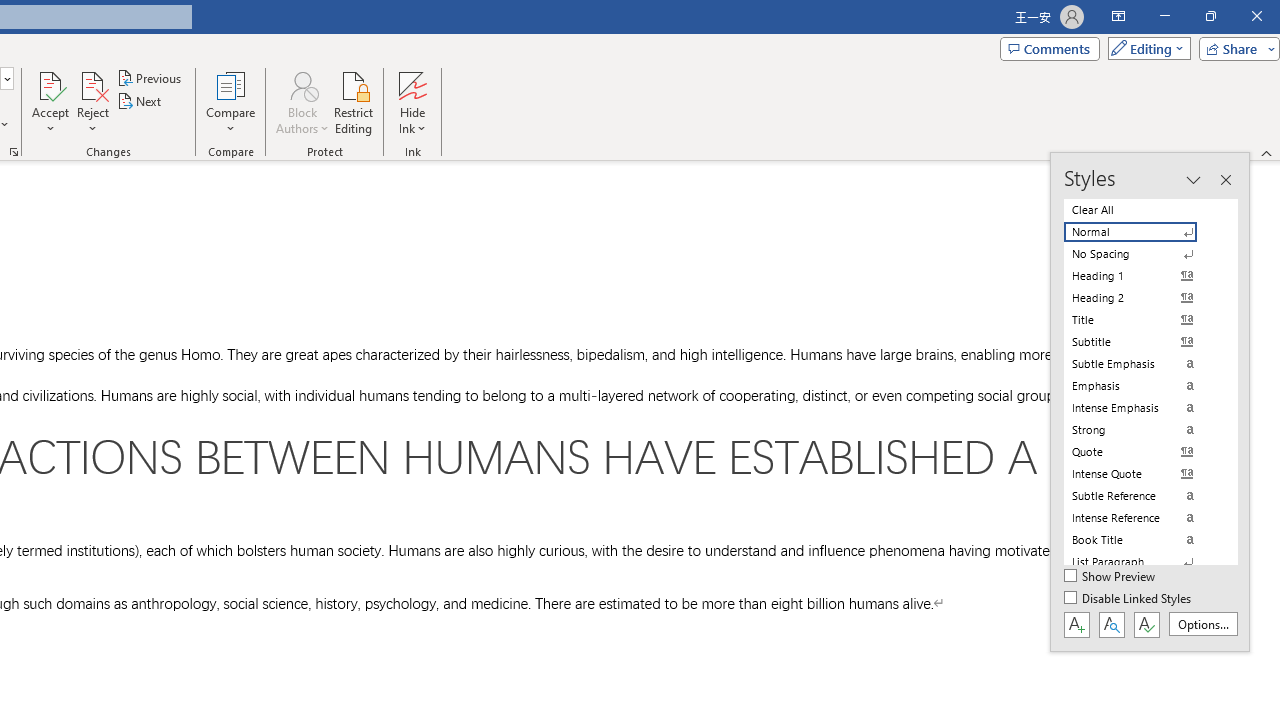 This screenshot has height=720, width=1280. I want to click on 'Reject and Move to Next', so click(91, 84).